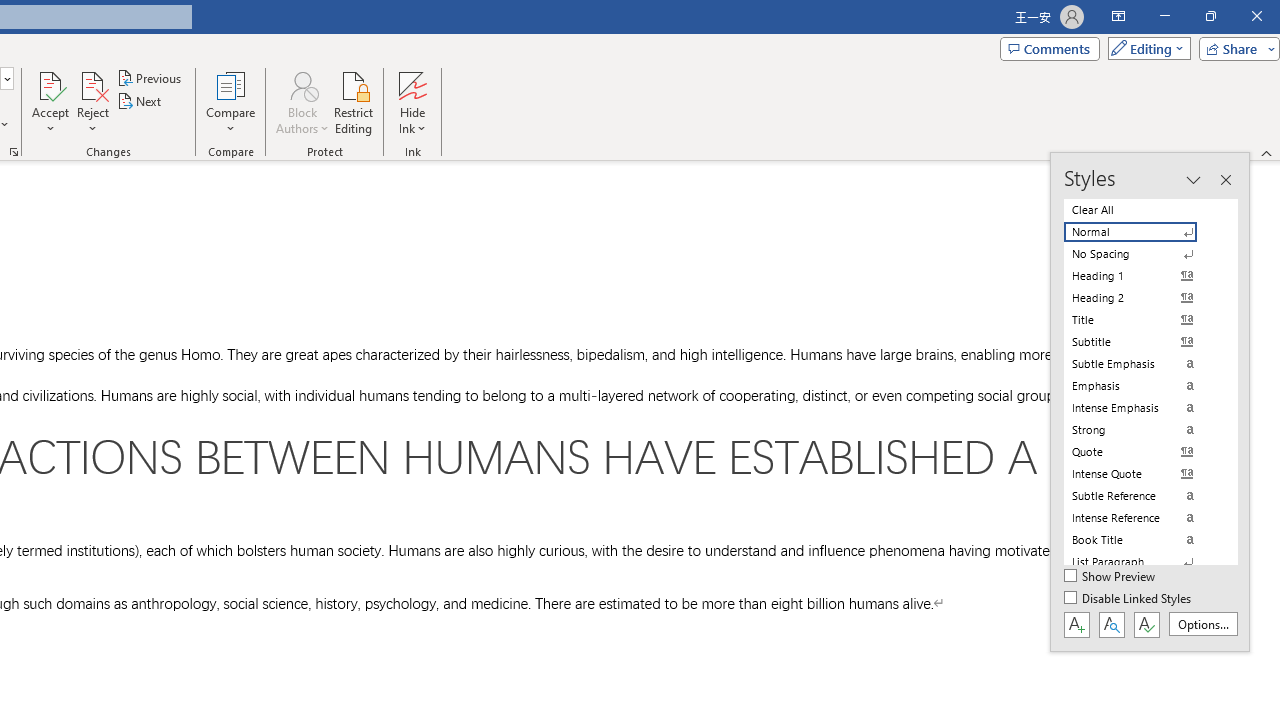 This screenshot has height=720, width=1280. I want to click on 'Reject and Move to Next', so click(91, 84).